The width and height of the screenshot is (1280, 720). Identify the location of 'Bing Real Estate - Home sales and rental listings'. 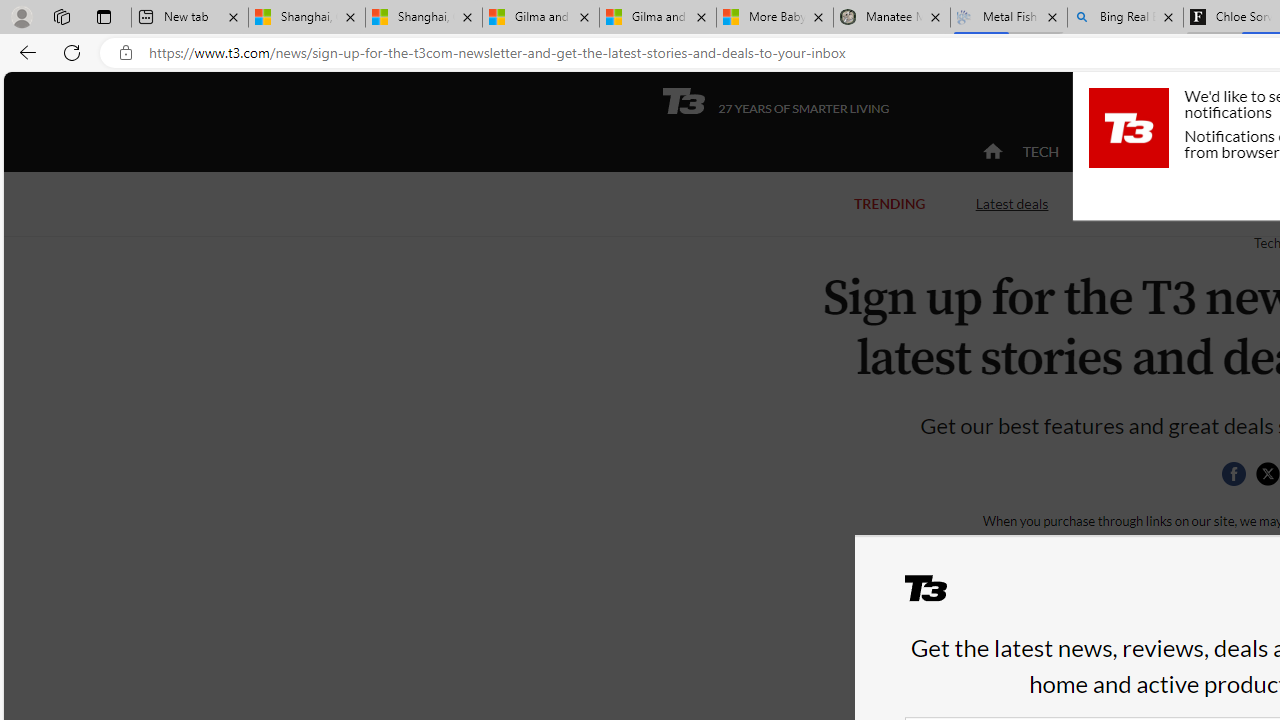
(1125, 17).